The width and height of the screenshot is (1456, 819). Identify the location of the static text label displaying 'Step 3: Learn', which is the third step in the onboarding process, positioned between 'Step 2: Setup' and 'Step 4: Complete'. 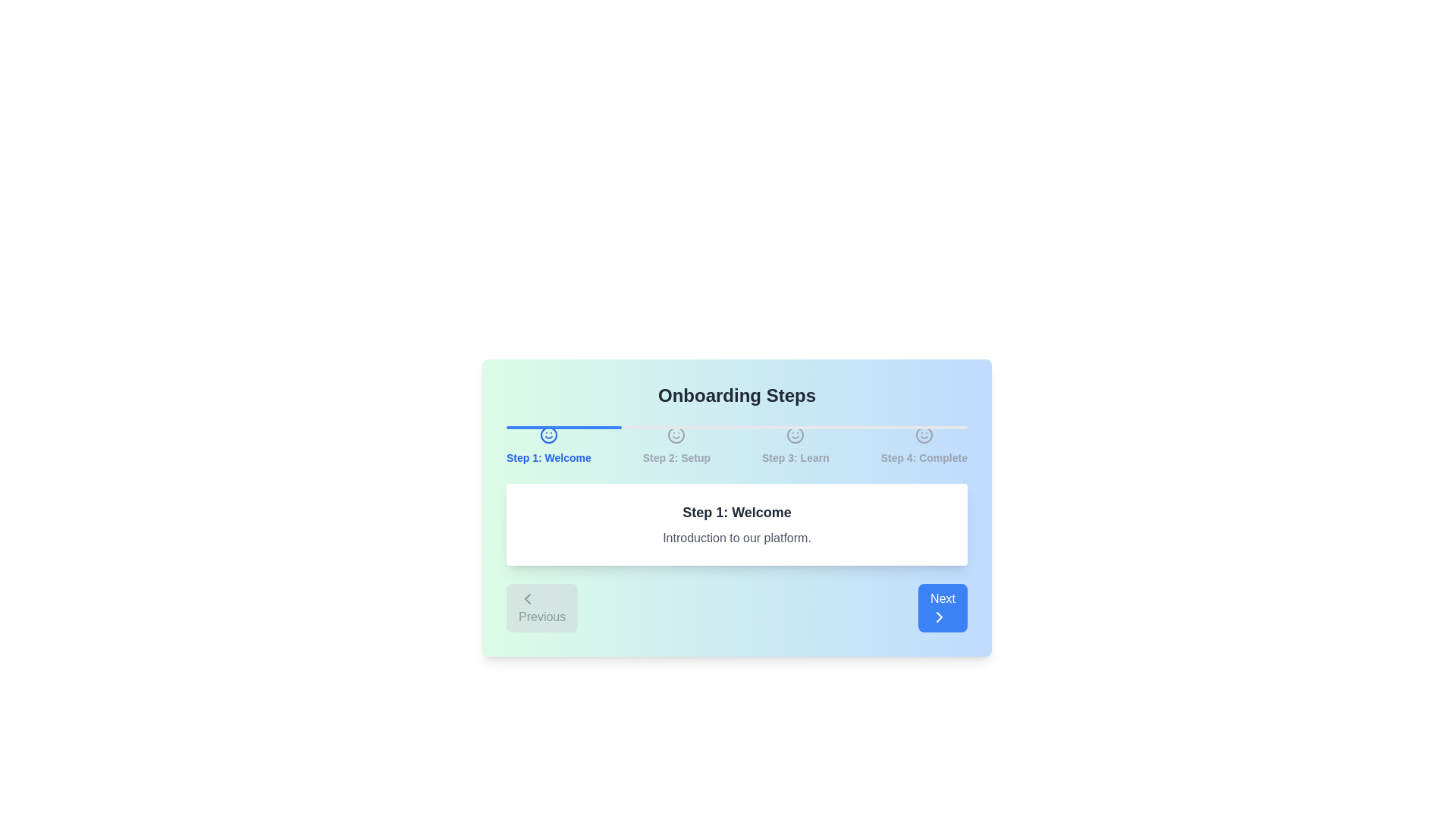
(795, 457).